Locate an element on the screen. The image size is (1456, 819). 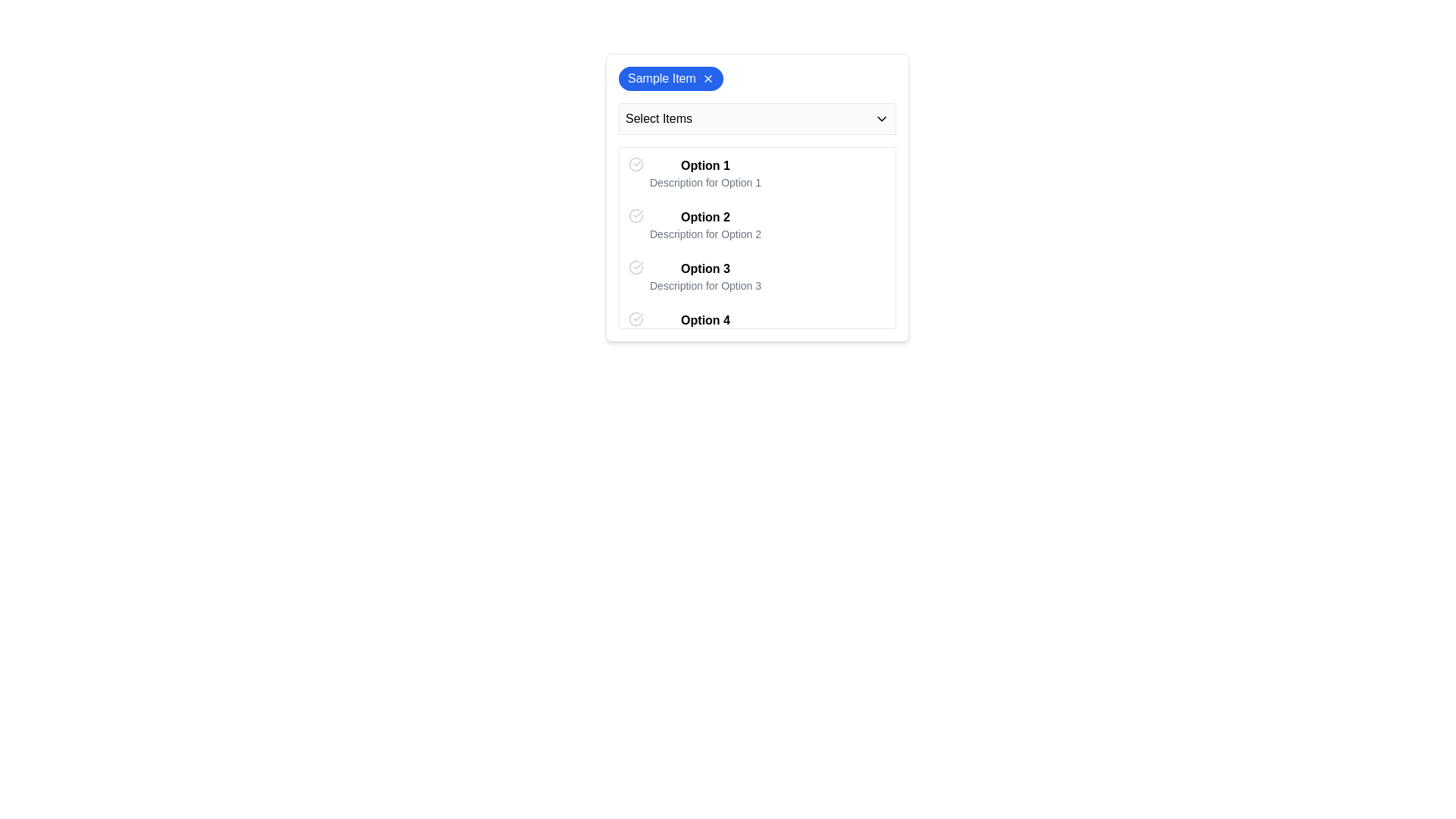
the completion status icon located to the left of the label text in the 'Option 4' dropdown list item is located at coordinates (636, 318).